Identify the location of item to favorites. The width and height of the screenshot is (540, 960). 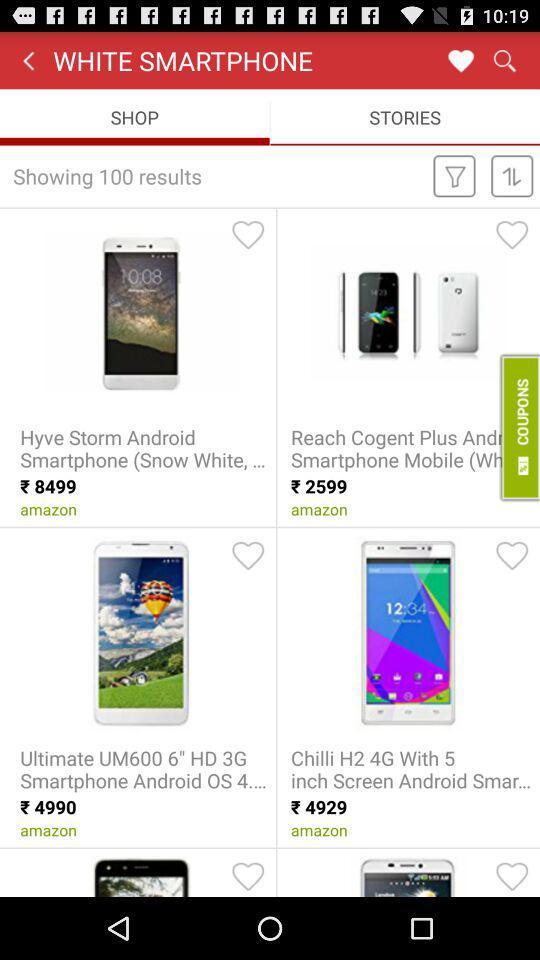
(248, 555).